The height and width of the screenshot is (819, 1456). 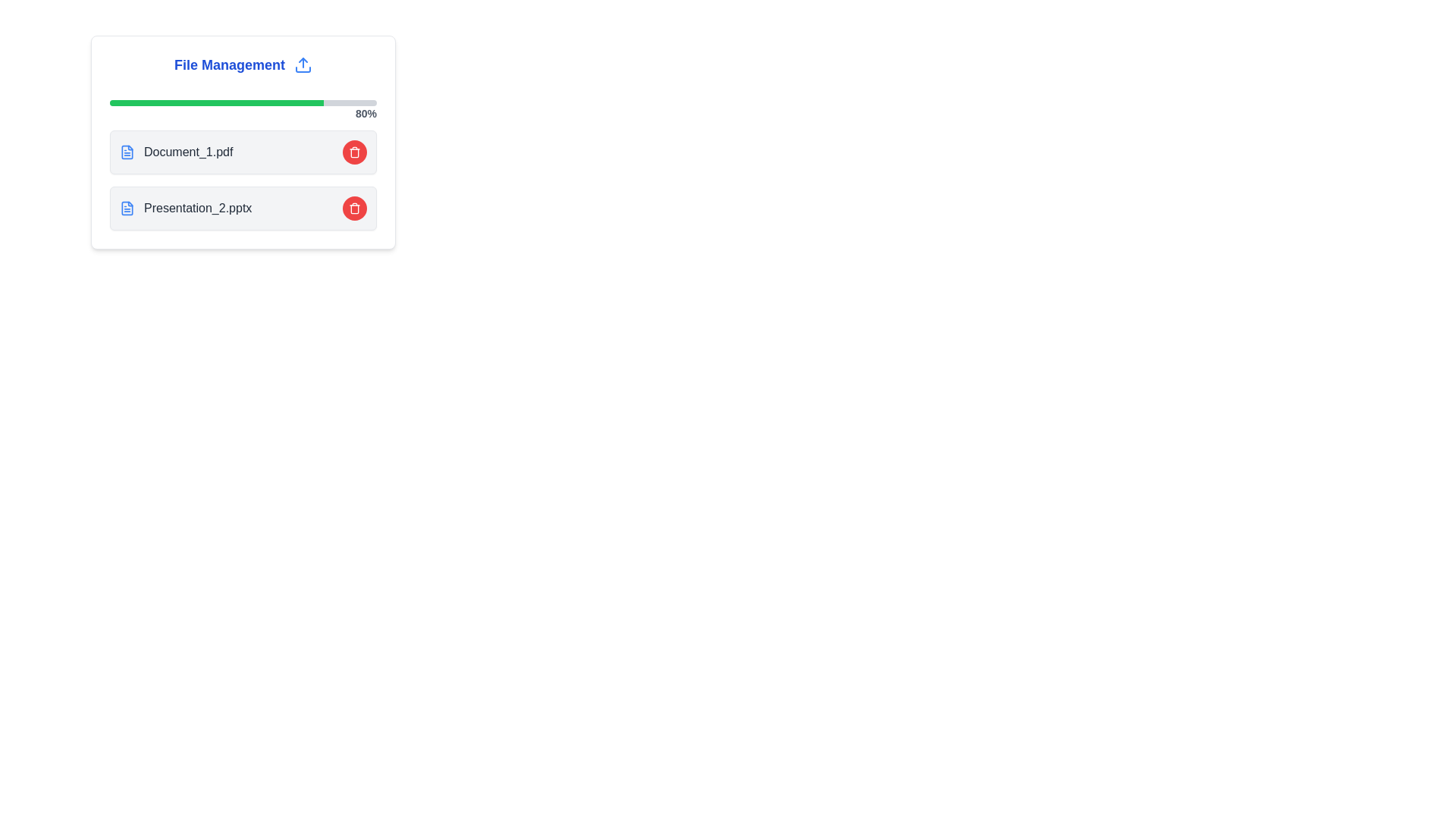 What do you see at coordinates (243, 208) in the screenshot?
I see `the file name 'Presentation_2.pptx' in the file management system` at bounding box center [243, 208].